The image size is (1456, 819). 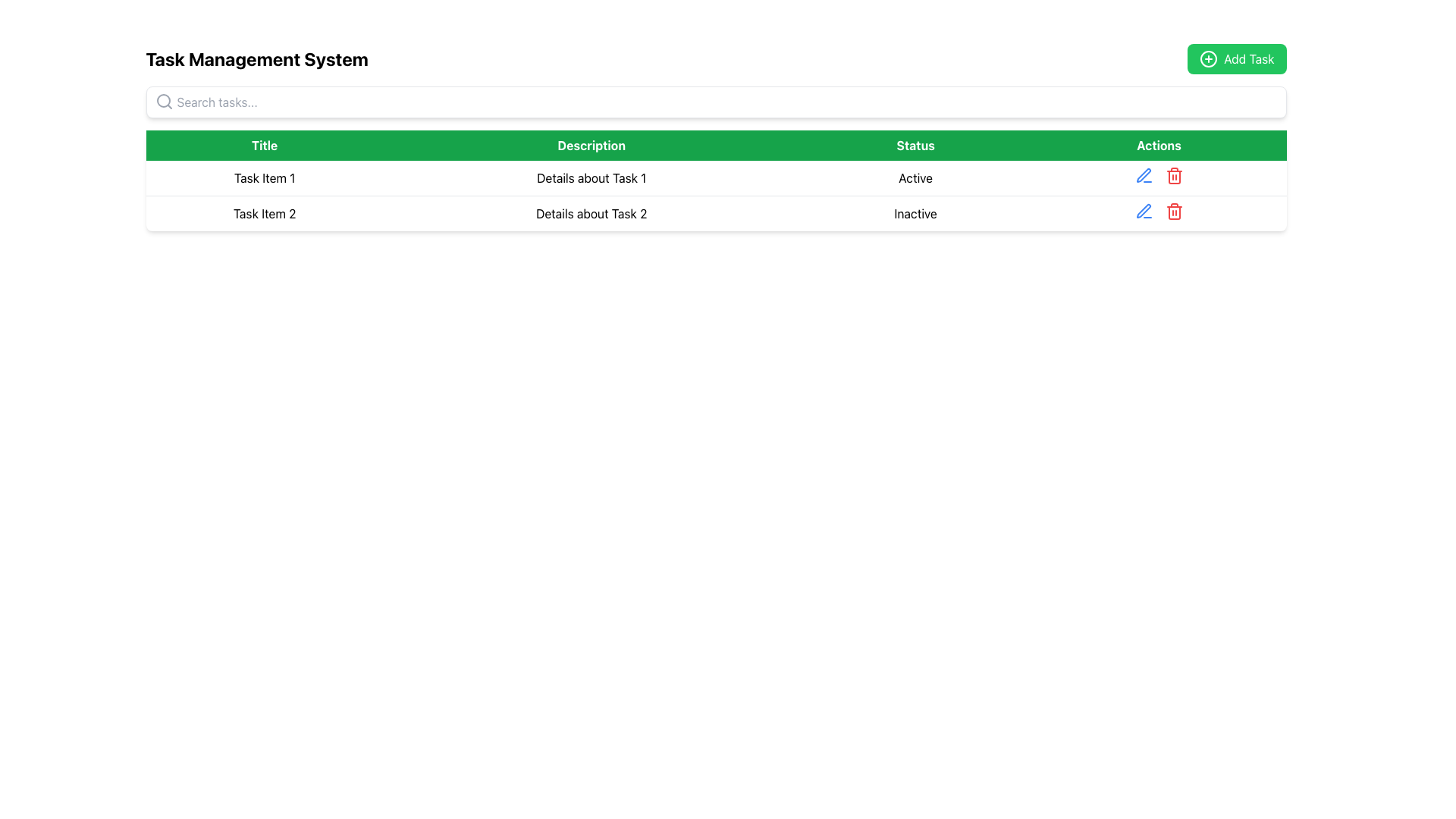 I want to click on text label stating 'Details about Task 2' located in the second row of the task management table under the 'Description' column, so click(x=591, y=213).